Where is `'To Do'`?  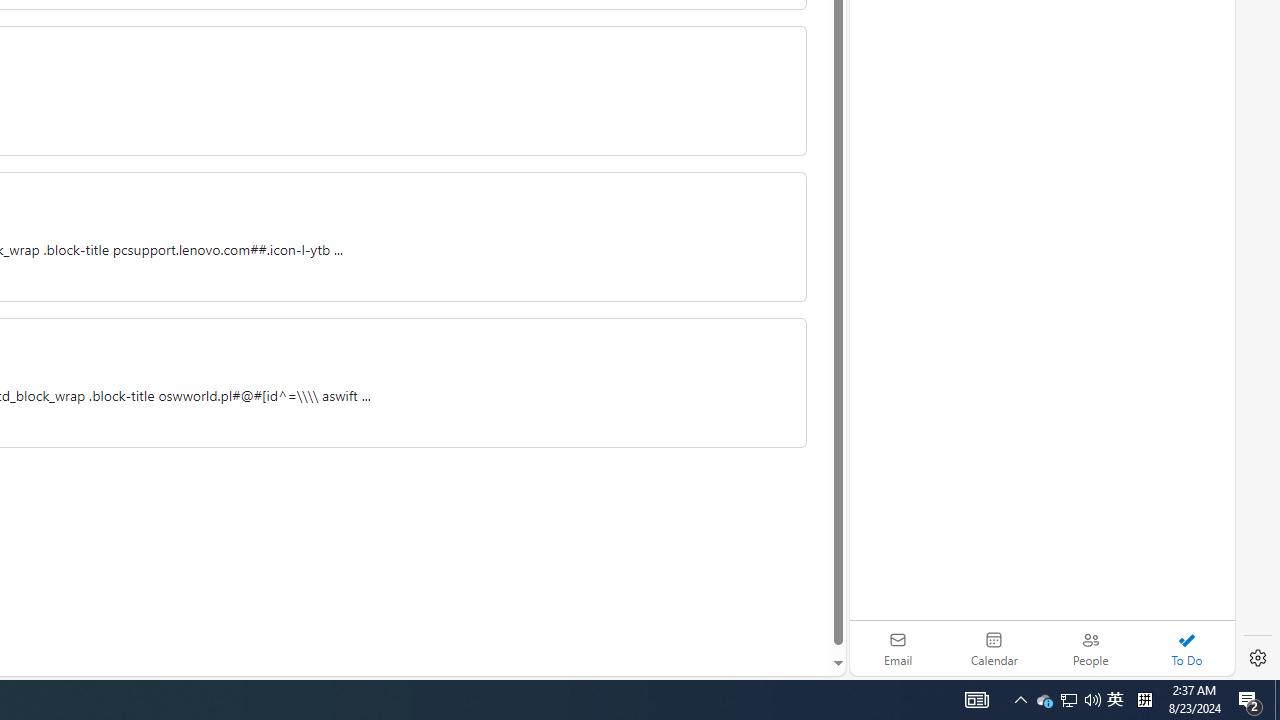 'To Do' is located at coordinates (1186, 648).